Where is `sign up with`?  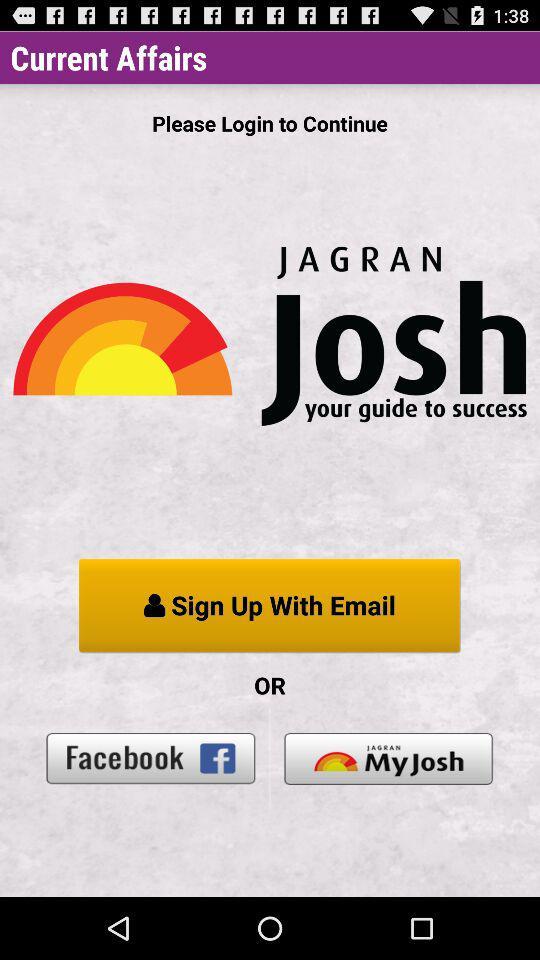
sign up with is located at coordinates (270, 605).